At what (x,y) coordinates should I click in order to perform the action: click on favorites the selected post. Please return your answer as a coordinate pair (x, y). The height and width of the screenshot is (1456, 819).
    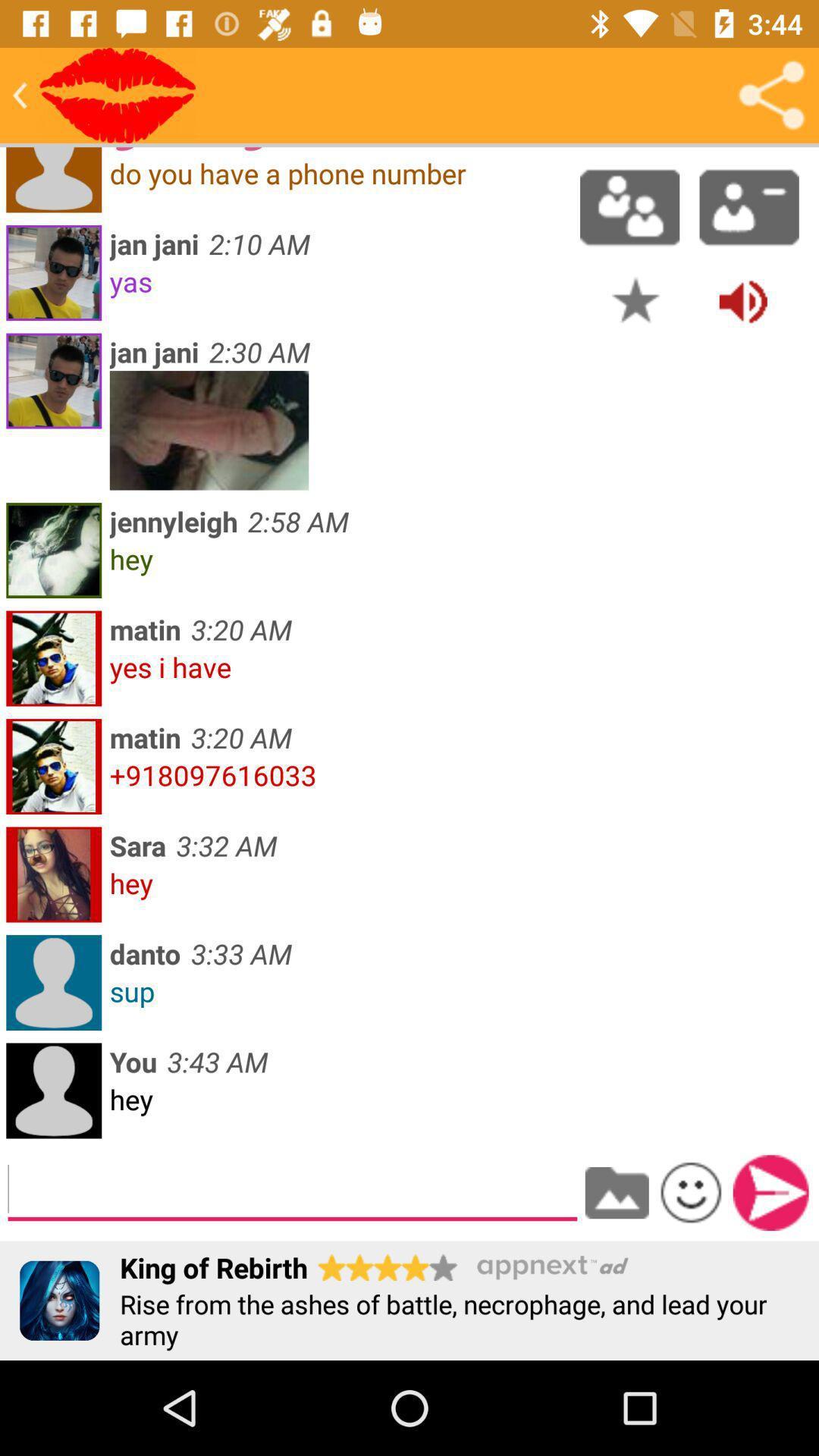
    Looking at the image, I should click on (635, 300).